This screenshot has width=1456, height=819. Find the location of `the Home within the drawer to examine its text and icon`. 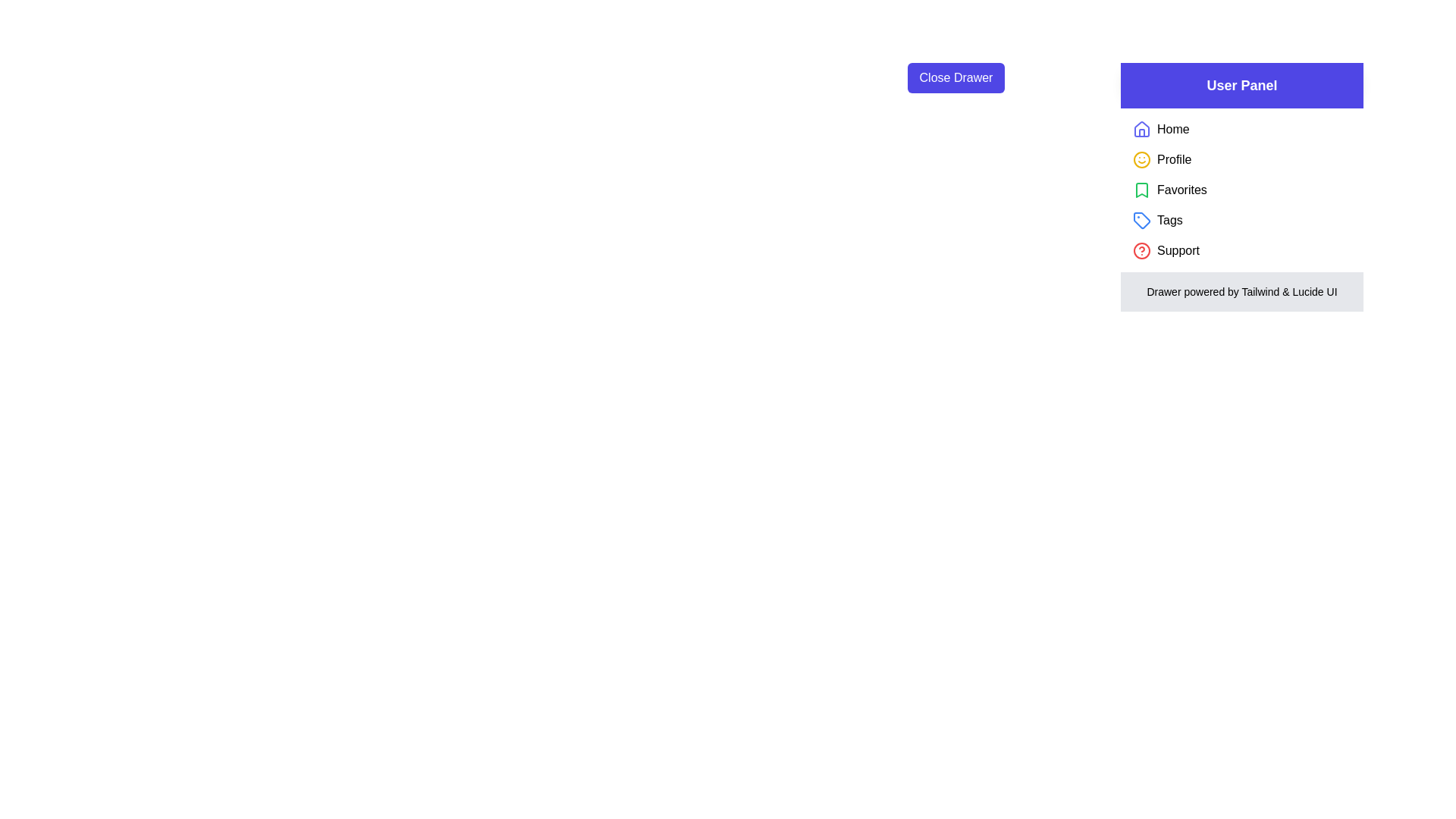

the Home within the drawer to examine its text and icon is located at coordinates (1142, 128).